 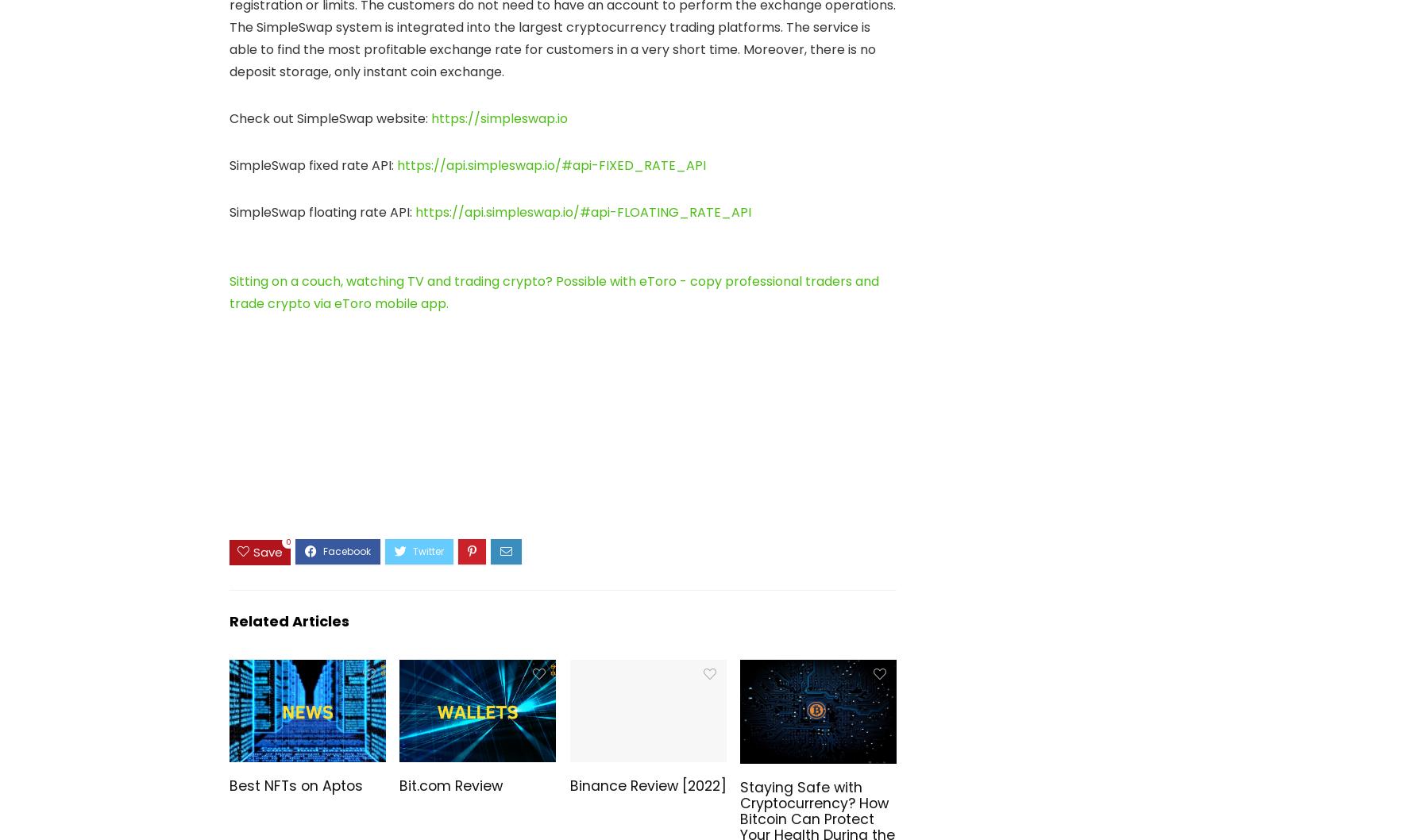 I want to click on 'https://api.simpleswap.io/#api-FIXED_RATE_API', so click(x=551, y=165).